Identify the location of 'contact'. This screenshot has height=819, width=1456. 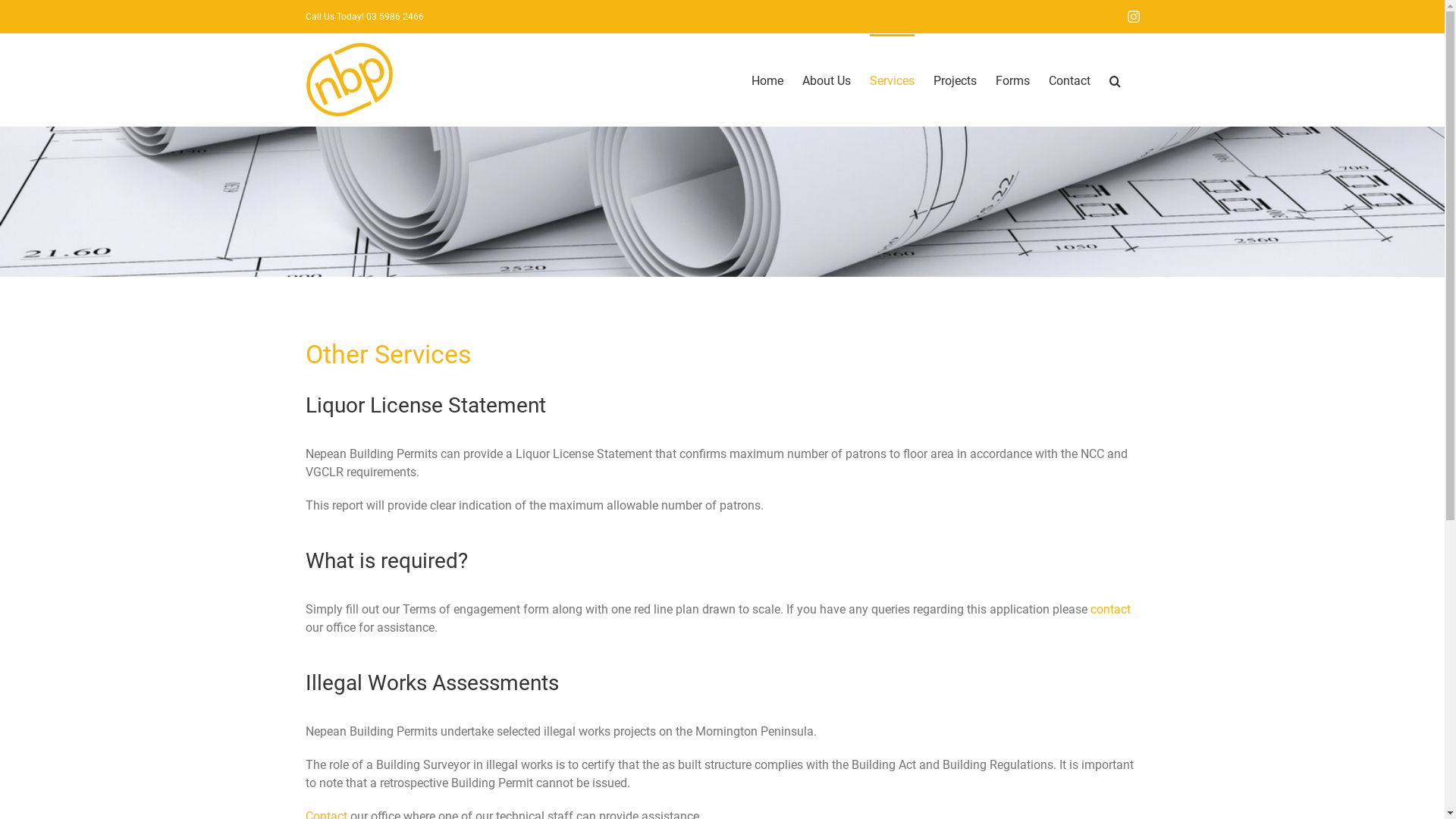
(1110, 608).